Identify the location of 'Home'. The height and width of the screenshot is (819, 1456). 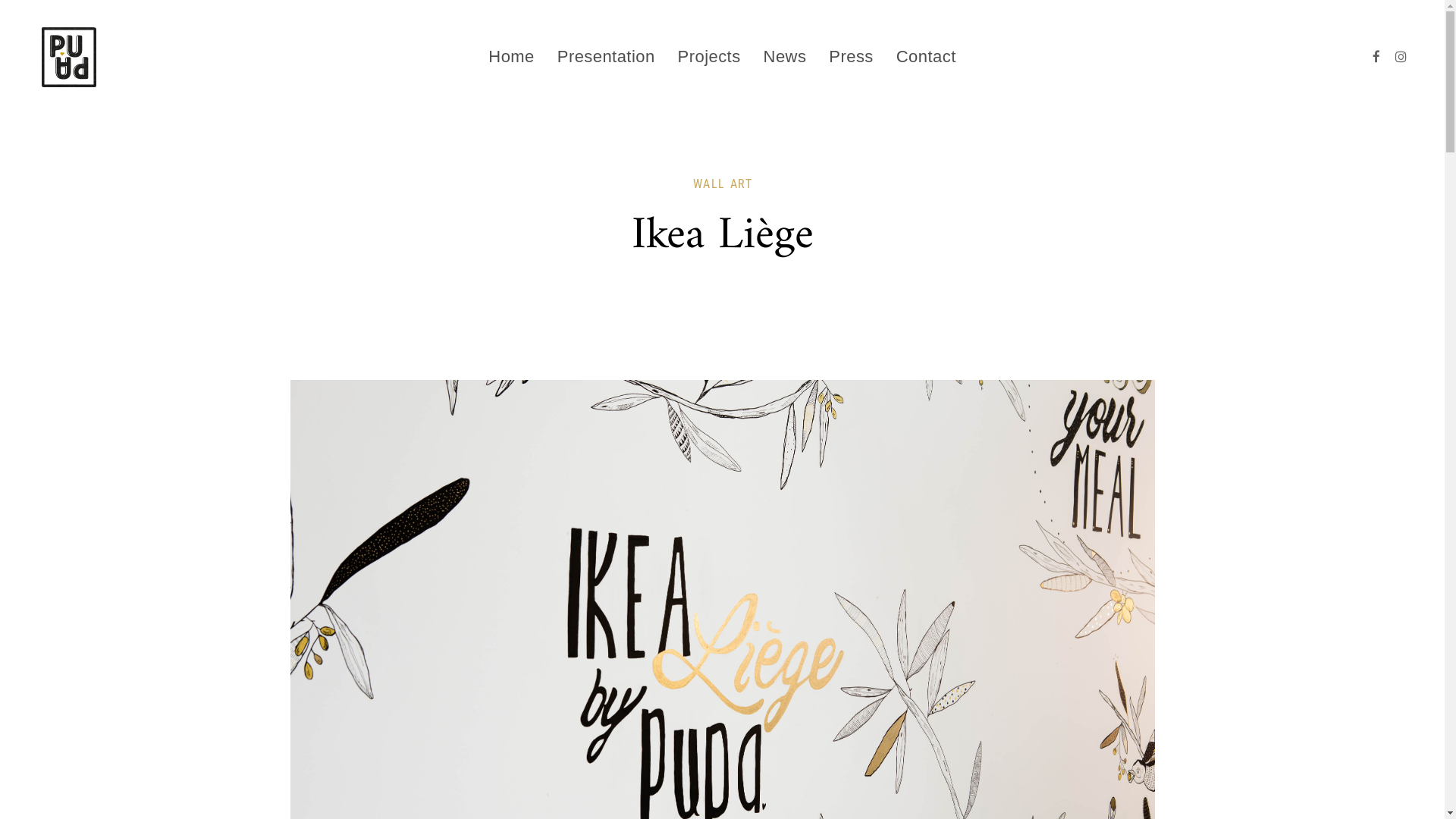
(510, 55).